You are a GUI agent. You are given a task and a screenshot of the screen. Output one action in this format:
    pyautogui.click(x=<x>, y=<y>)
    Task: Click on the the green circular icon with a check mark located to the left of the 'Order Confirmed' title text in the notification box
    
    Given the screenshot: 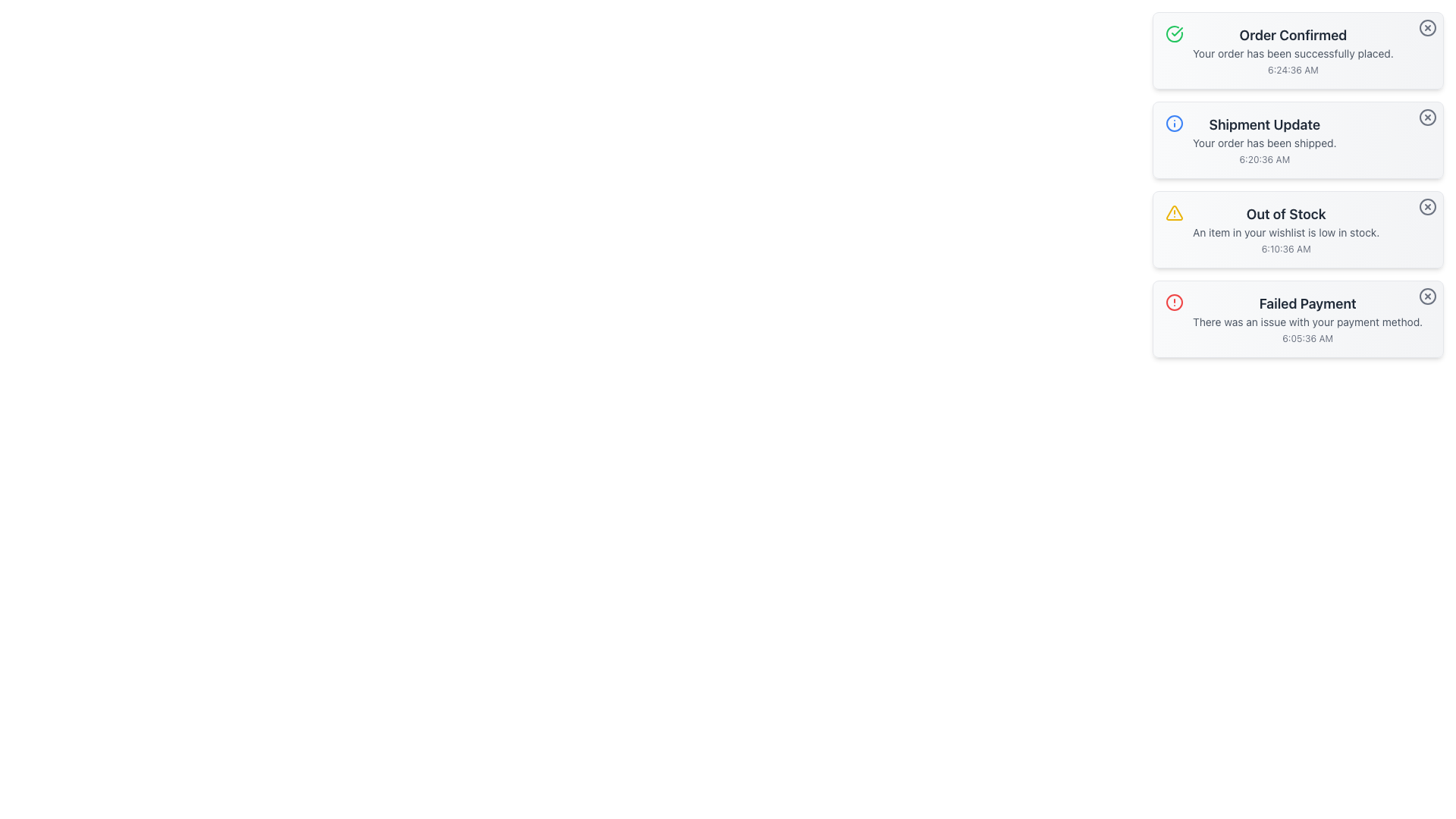 What is the action you would take?
    pyautogui.click(x=1174, y=34)
    